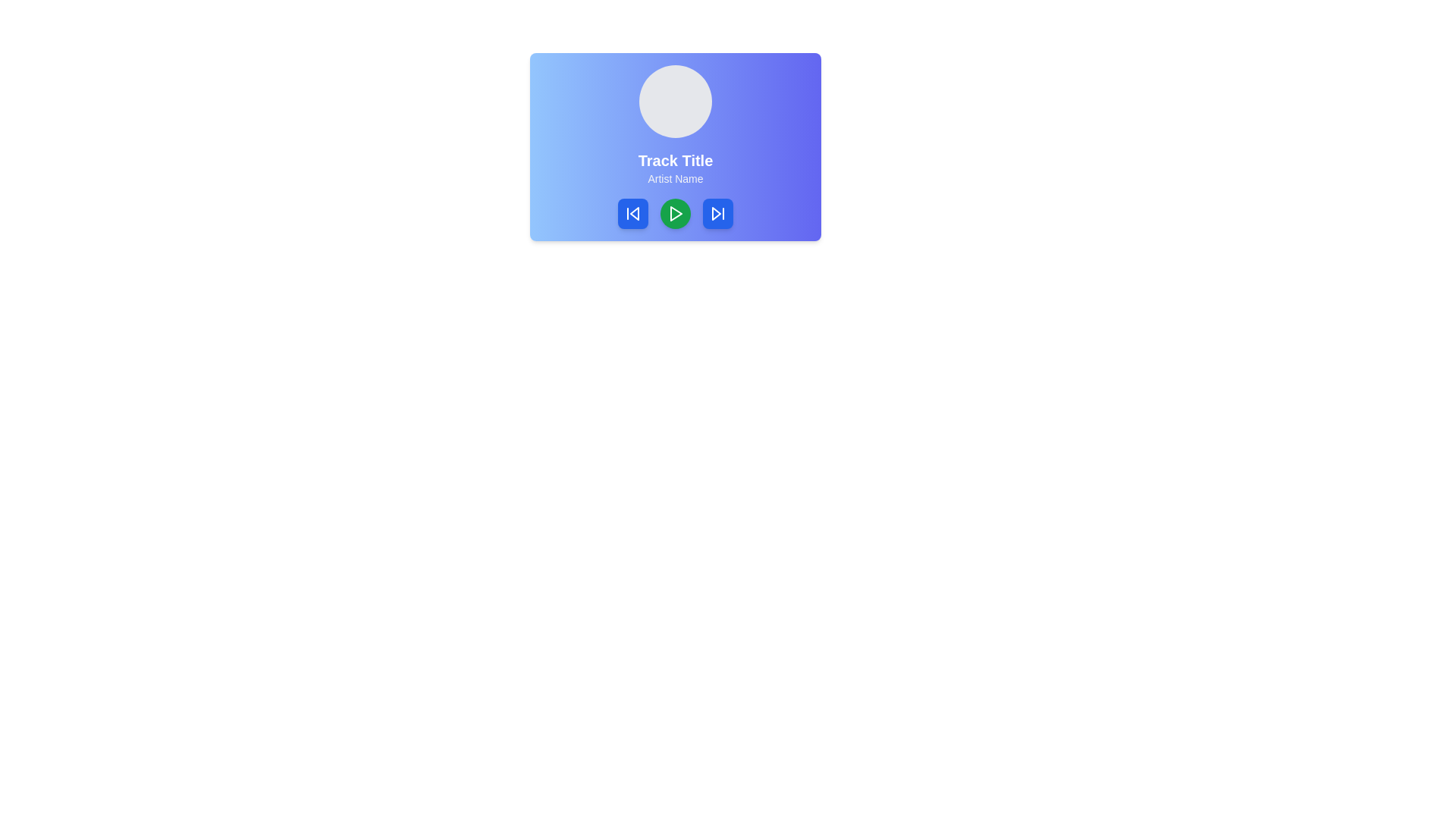  Describe the element at coordinates (633, 213) in the screenshot. I see `the first button from the left, which has a blue background and a white skip-backward icon, to skip back` at that location.